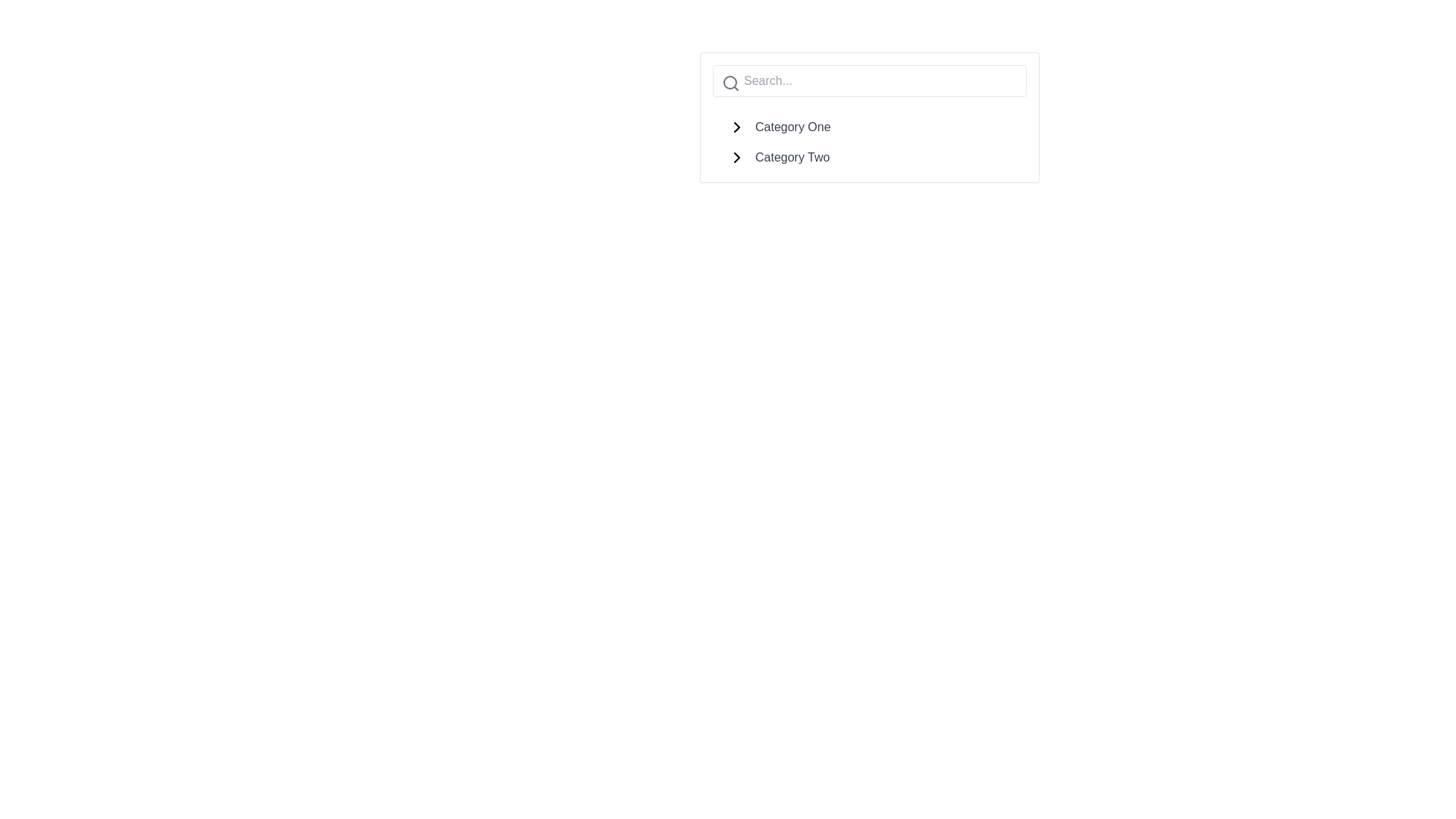 The width and height of the screenshot is (1456, 819). What do you see at coordinates (736, 158) in the screenshot?
I see `the expand icon located to the left of the text 'Category Two' in the second list item` at bounding box center [736, 158].